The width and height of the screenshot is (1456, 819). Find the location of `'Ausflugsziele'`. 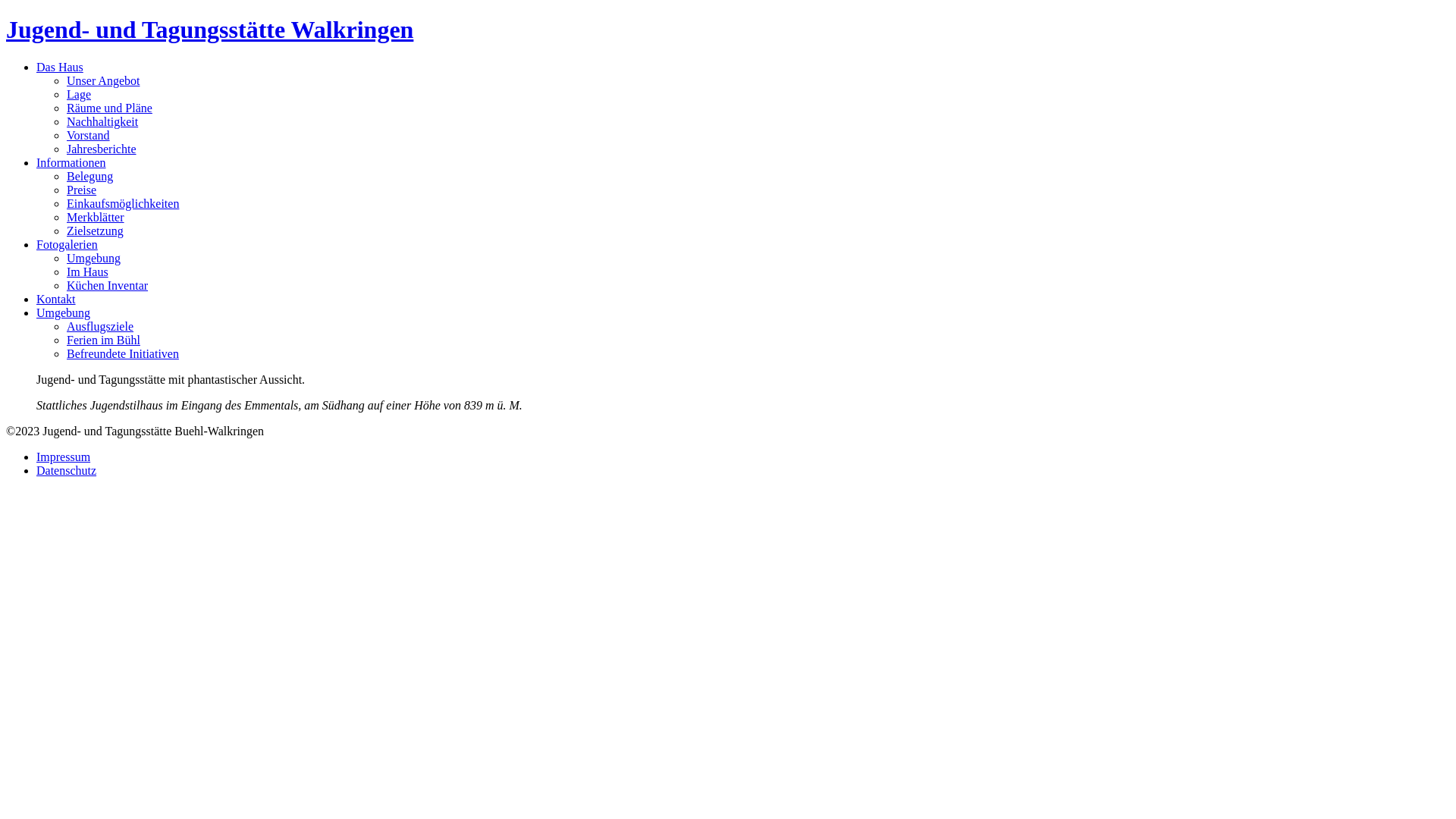

'Ausflugsziele' is located at coordinates (99, 325).